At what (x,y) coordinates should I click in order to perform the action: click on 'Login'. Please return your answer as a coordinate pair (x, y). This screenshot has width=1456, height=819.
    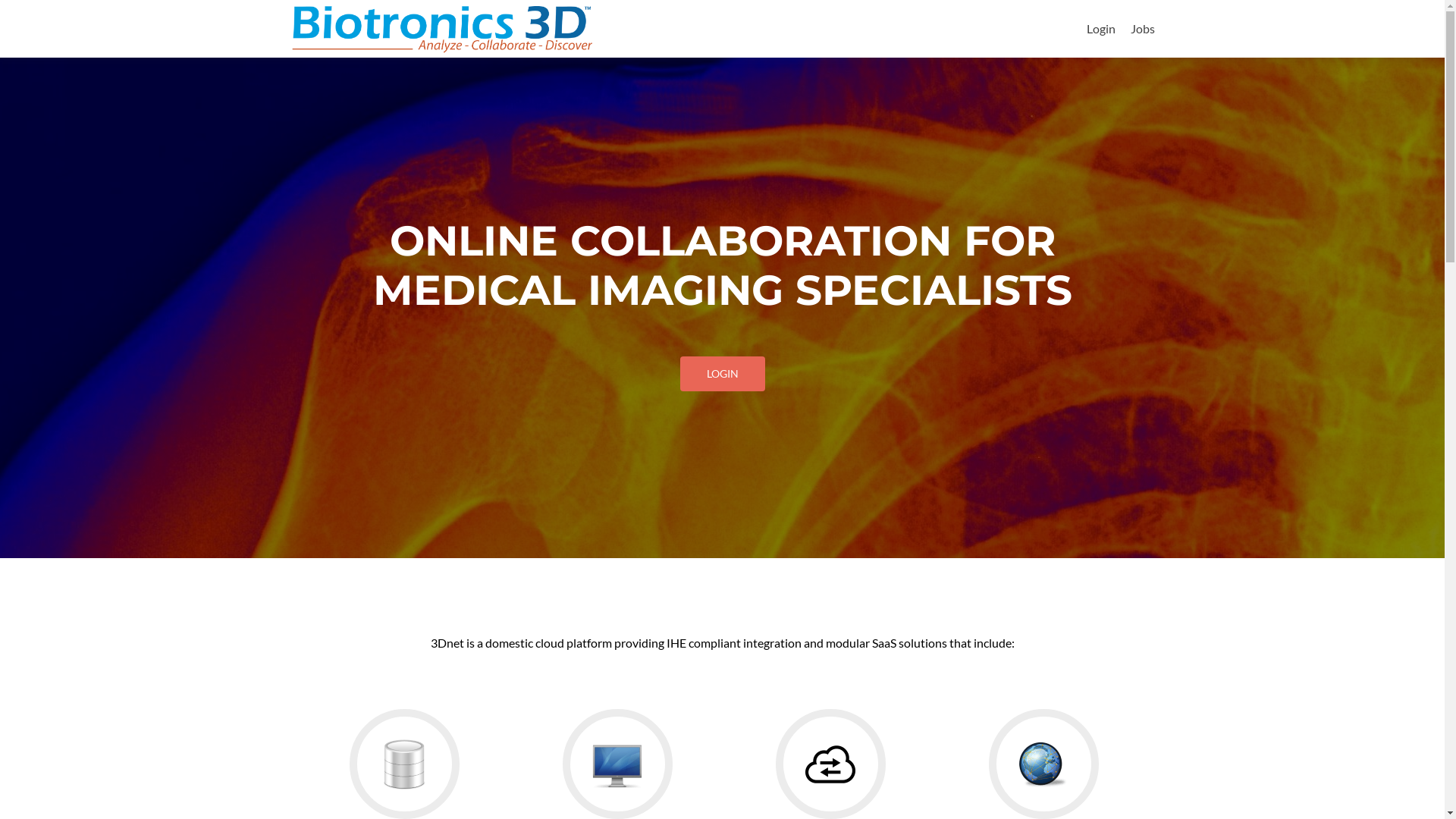
    Looking at the image, I should click on (1100, 28).